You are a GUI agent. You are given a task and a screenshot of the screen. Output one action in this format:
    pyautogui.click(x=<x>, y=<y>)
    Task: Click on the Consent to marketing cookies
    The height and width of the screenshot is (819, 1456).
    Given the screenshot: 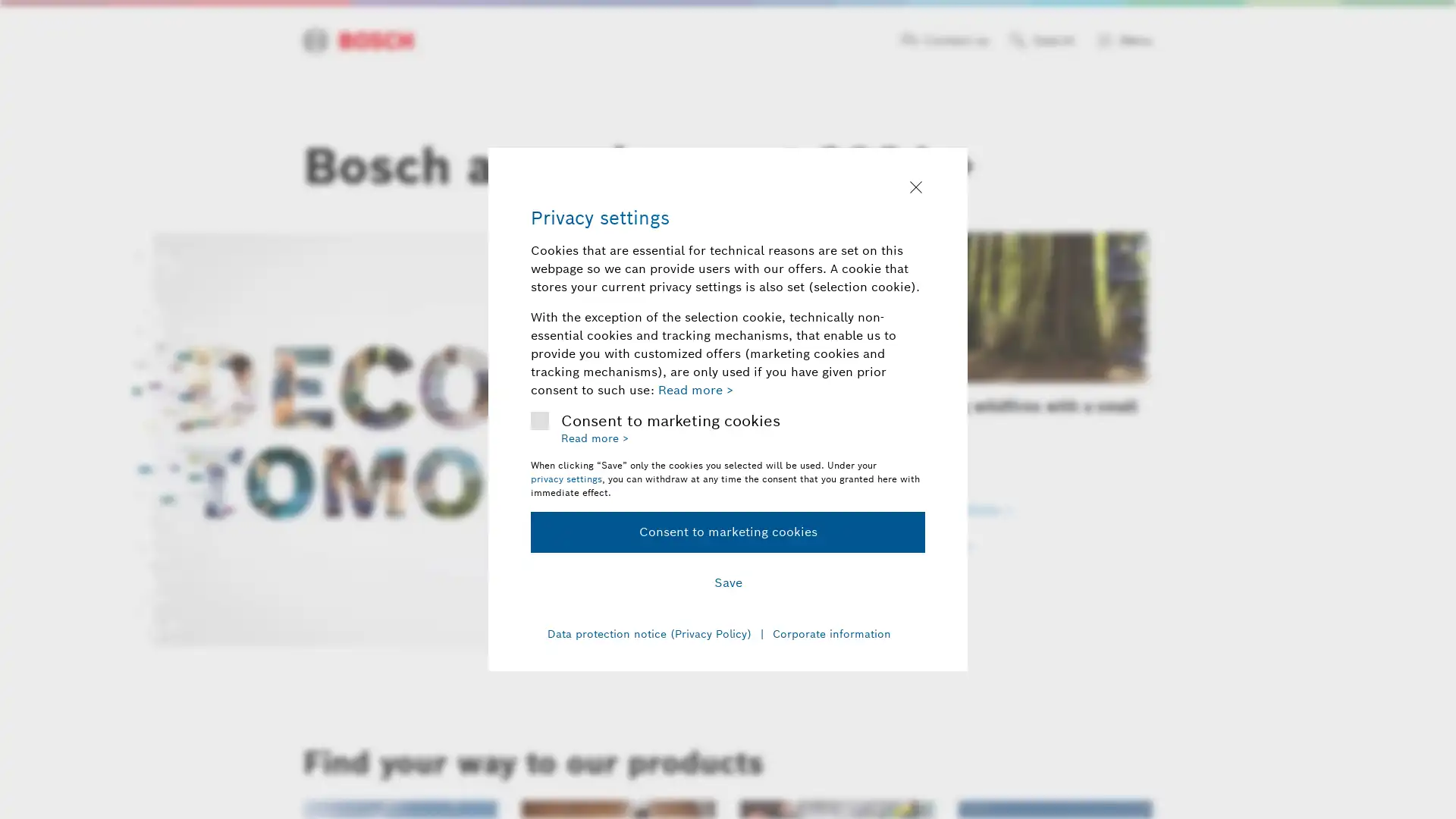 What is the action you would take?
    pyautogui.click(x=728, y=531)
    